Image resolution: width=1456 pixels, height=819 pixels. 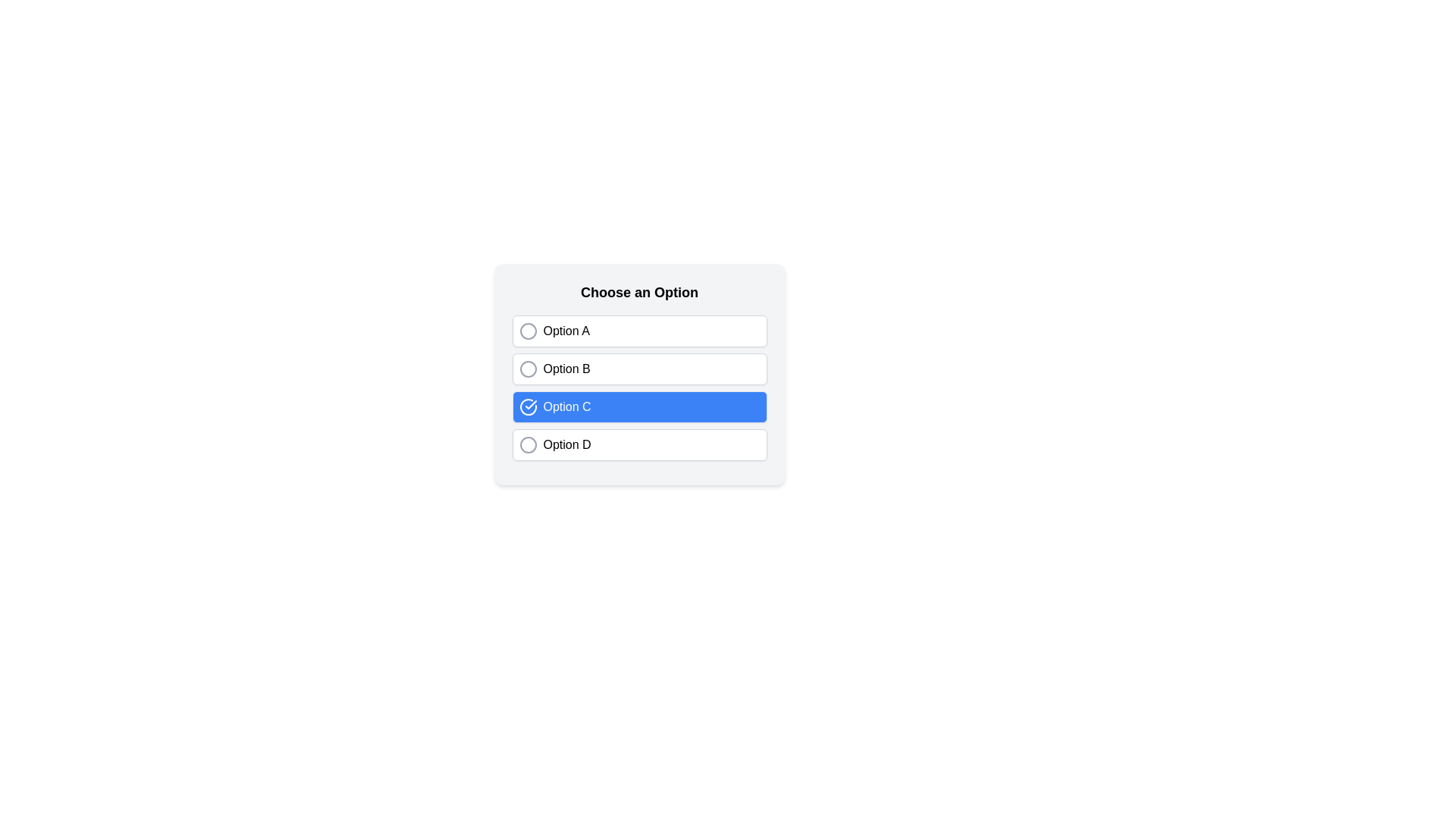 I want to click on the decorative circle icon located to the left of the text label 'Option A' in the first row of a vertical list of options, so click(x=528, y=330).